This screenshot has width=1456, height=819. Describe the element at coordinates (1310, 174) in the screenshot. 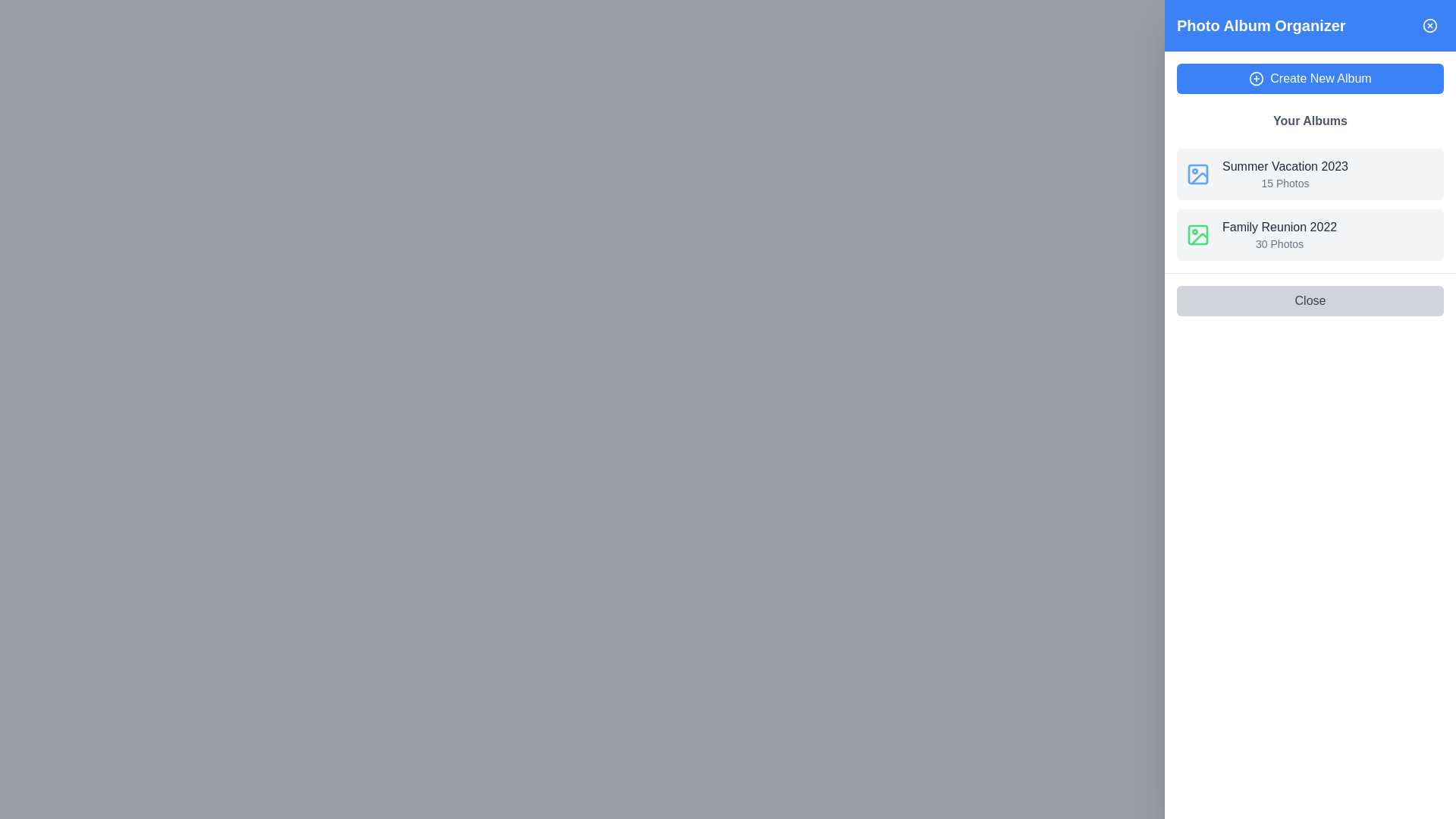

I see `the static display card for the album titled 'Summer Vacation 2023', located in the 'Your Albums' section of the 'Photo Album Organizer' panel` at that location.